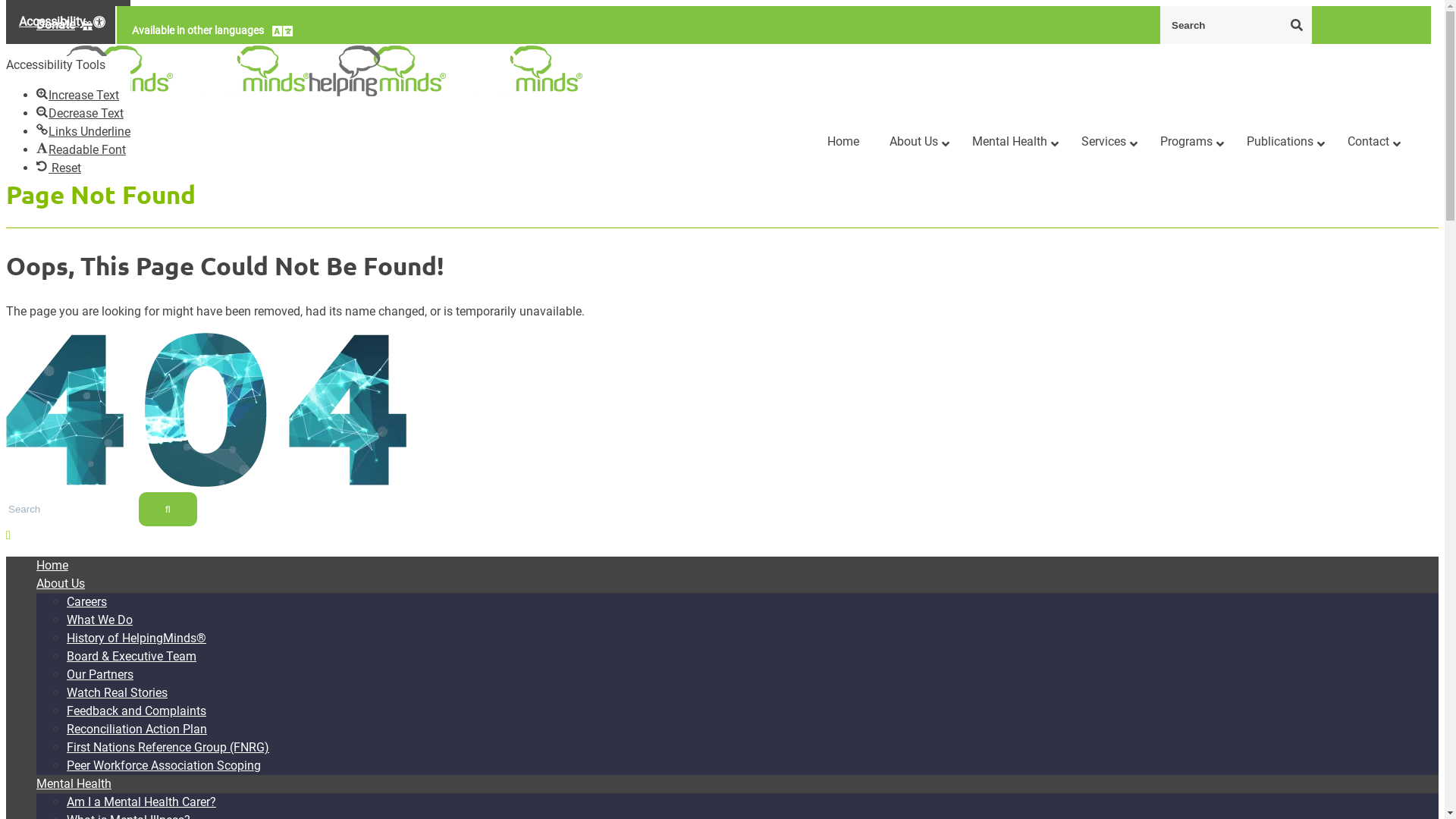 The image size is (1456, 819). I want to click on 'Services', so click(1065, 142).